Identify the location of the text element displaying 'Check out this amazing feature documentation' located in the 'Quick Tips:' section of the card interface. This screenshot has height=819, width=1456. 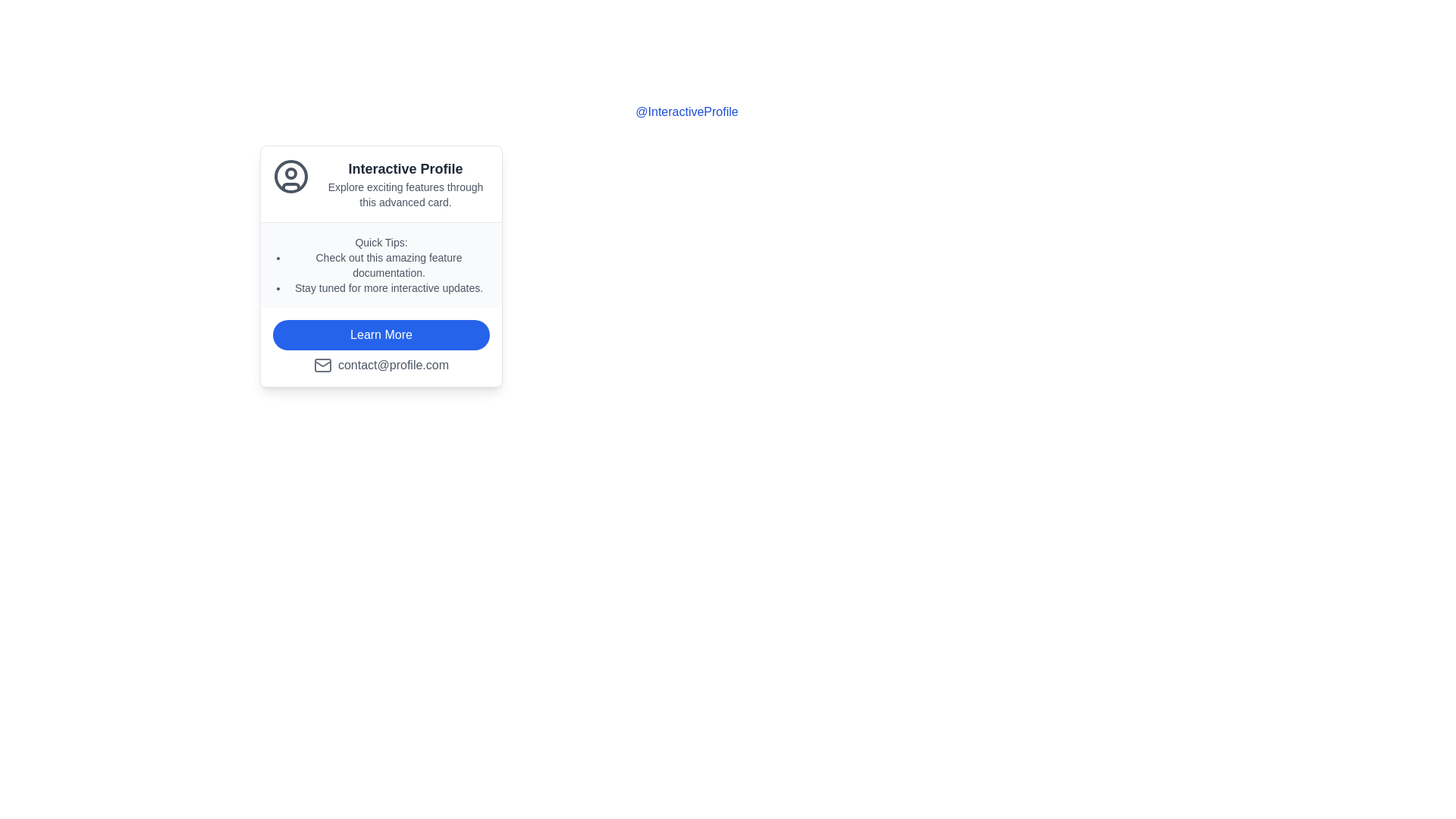
(389, 265).